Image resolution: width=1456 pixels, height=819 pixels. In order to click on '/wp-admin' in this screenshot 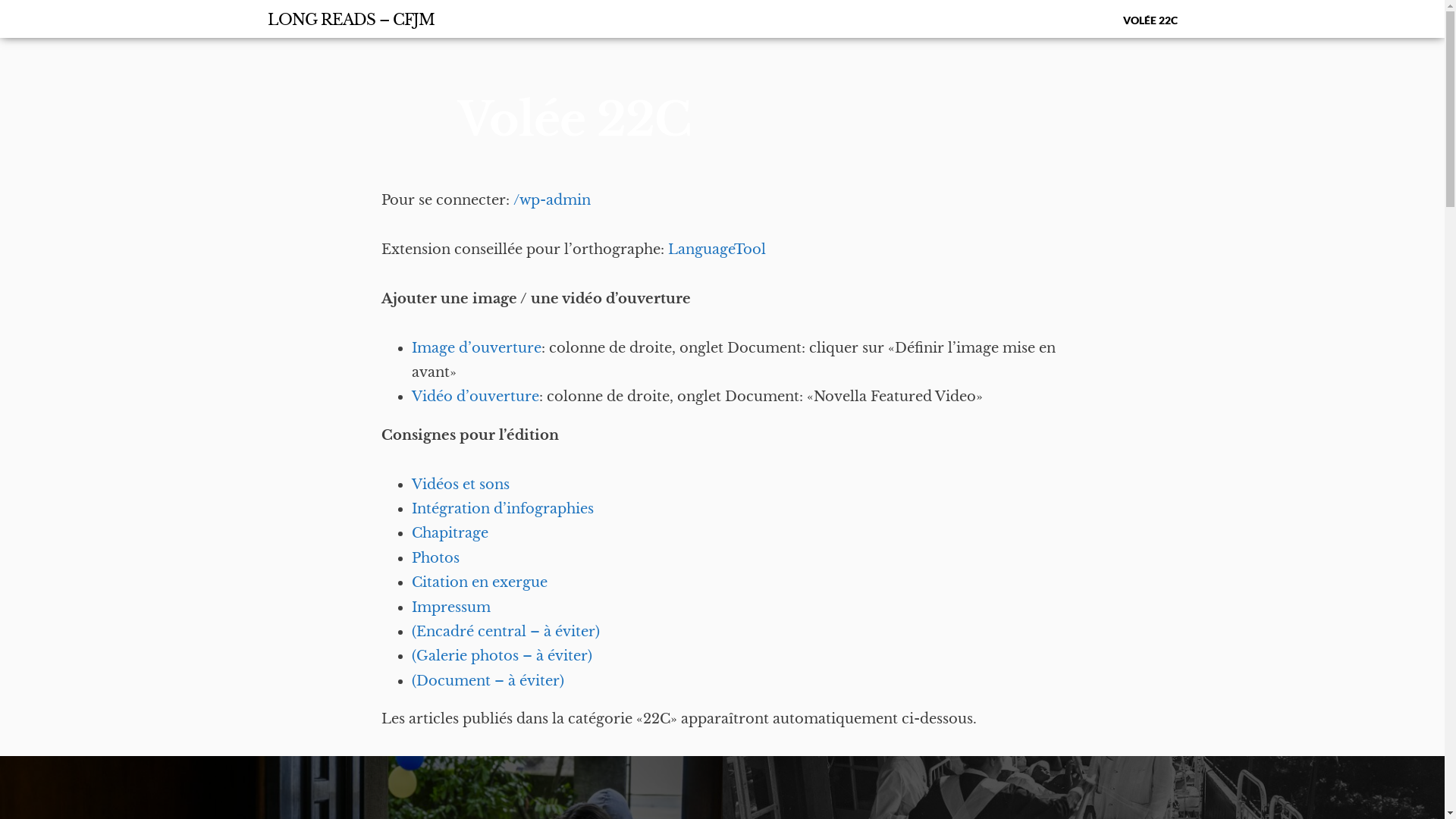, I will do `click(513, 199)`.